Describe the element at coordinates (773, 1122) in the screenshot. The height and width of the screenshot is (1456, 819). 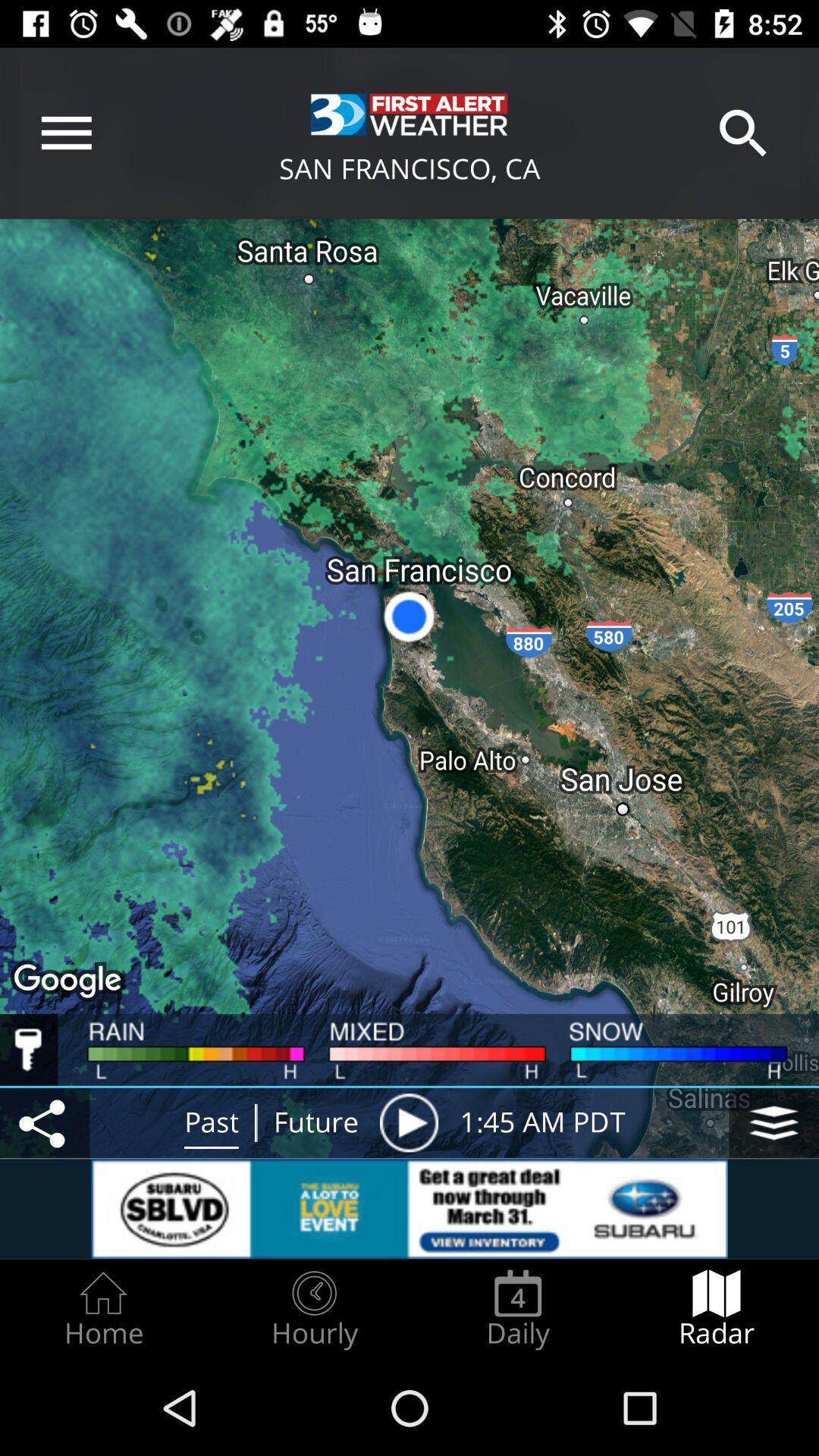
I see `the layers icon` at that location.